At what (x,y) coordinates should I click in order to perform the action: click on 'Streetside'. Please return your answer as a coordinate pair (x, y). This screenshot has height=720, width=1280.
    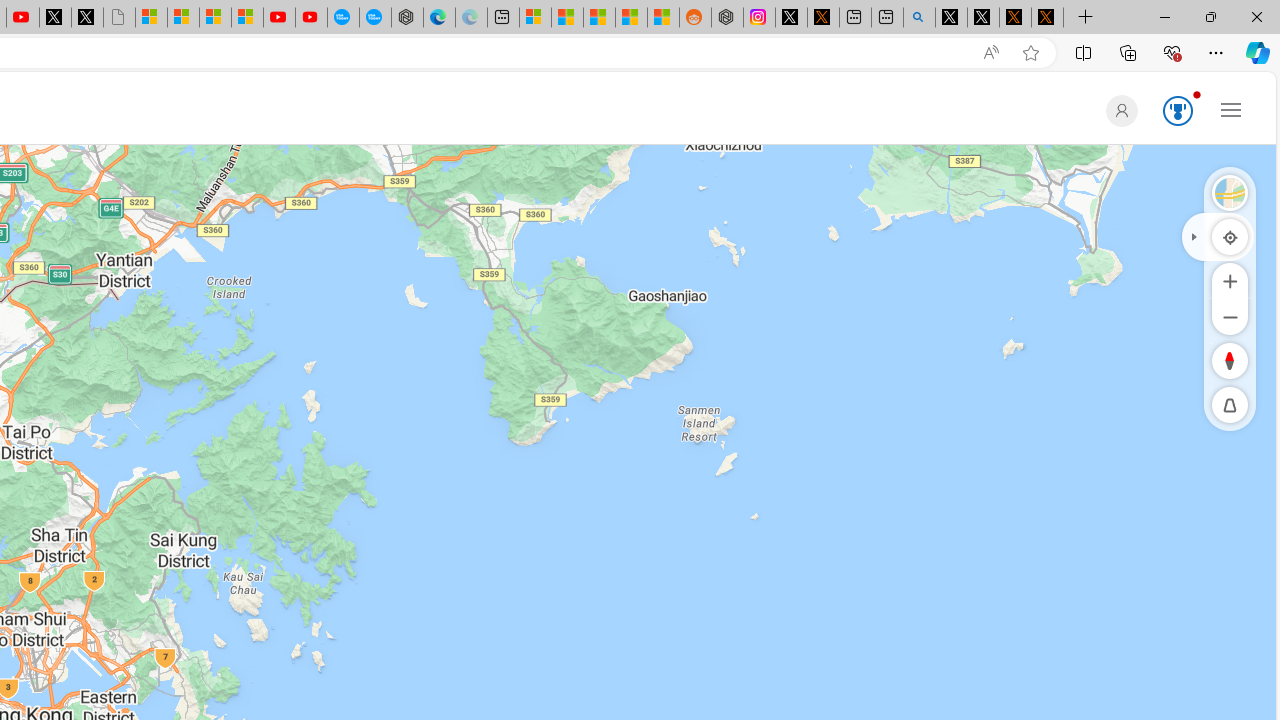
    Looking at the image, I should click on (1229, 192).